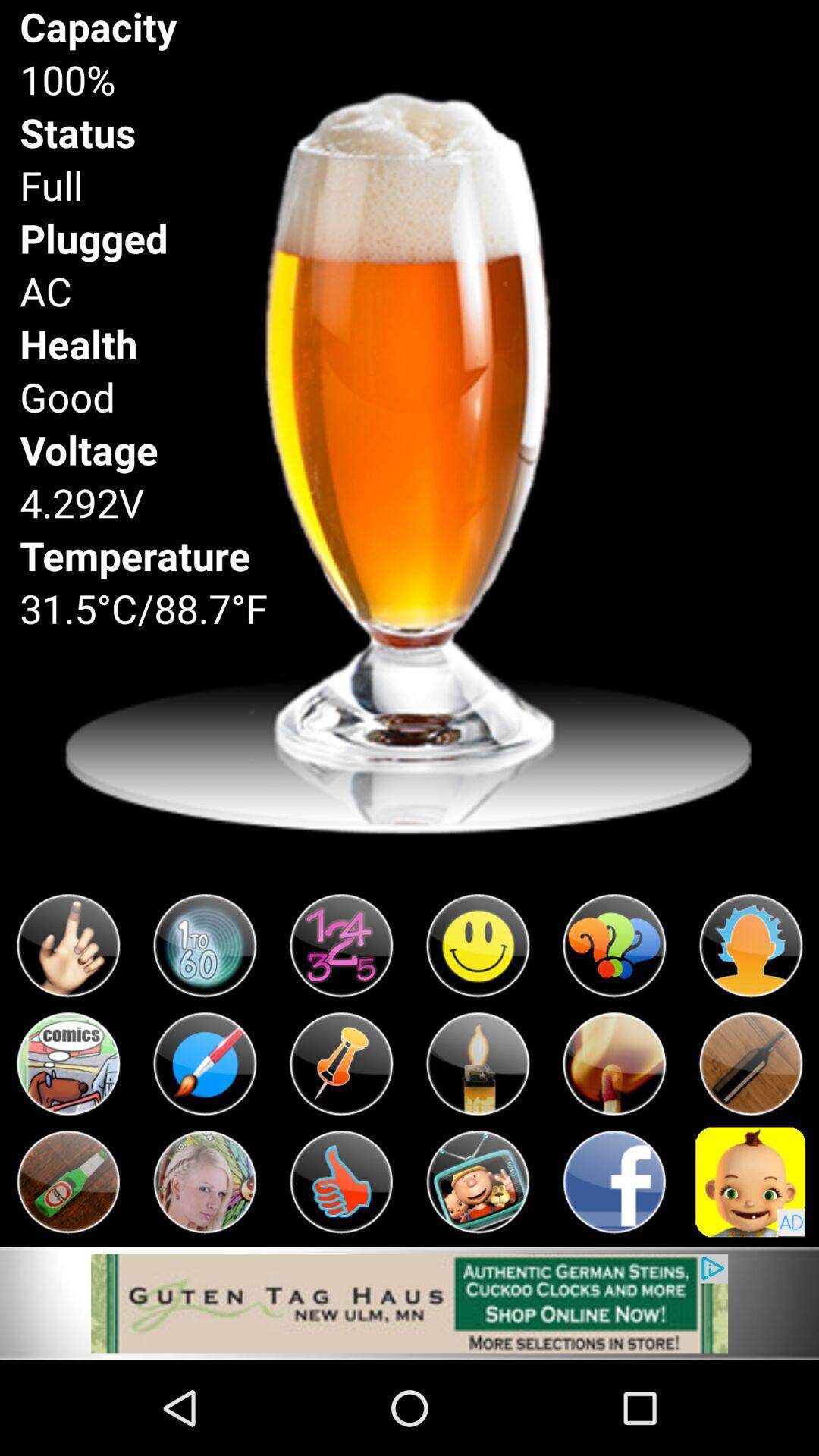  Describe the element at coordinates (409, 1302) in the screenshot. I see `open advertisement` at that location.